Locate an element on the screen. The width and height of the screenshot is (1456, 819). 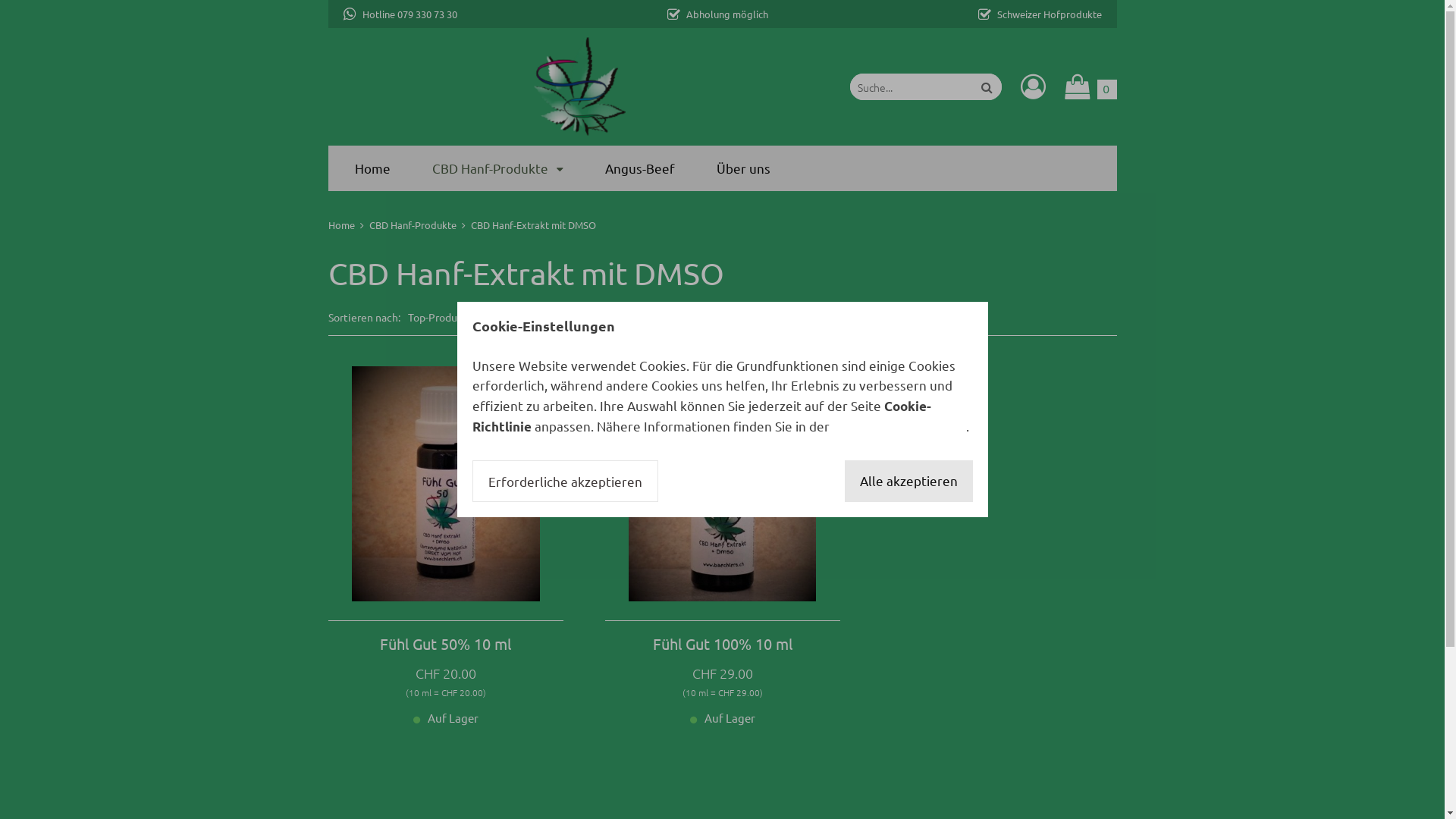
'CBD Hanf-Extrakt mit DMSO' is located at coordinates (532, 224).